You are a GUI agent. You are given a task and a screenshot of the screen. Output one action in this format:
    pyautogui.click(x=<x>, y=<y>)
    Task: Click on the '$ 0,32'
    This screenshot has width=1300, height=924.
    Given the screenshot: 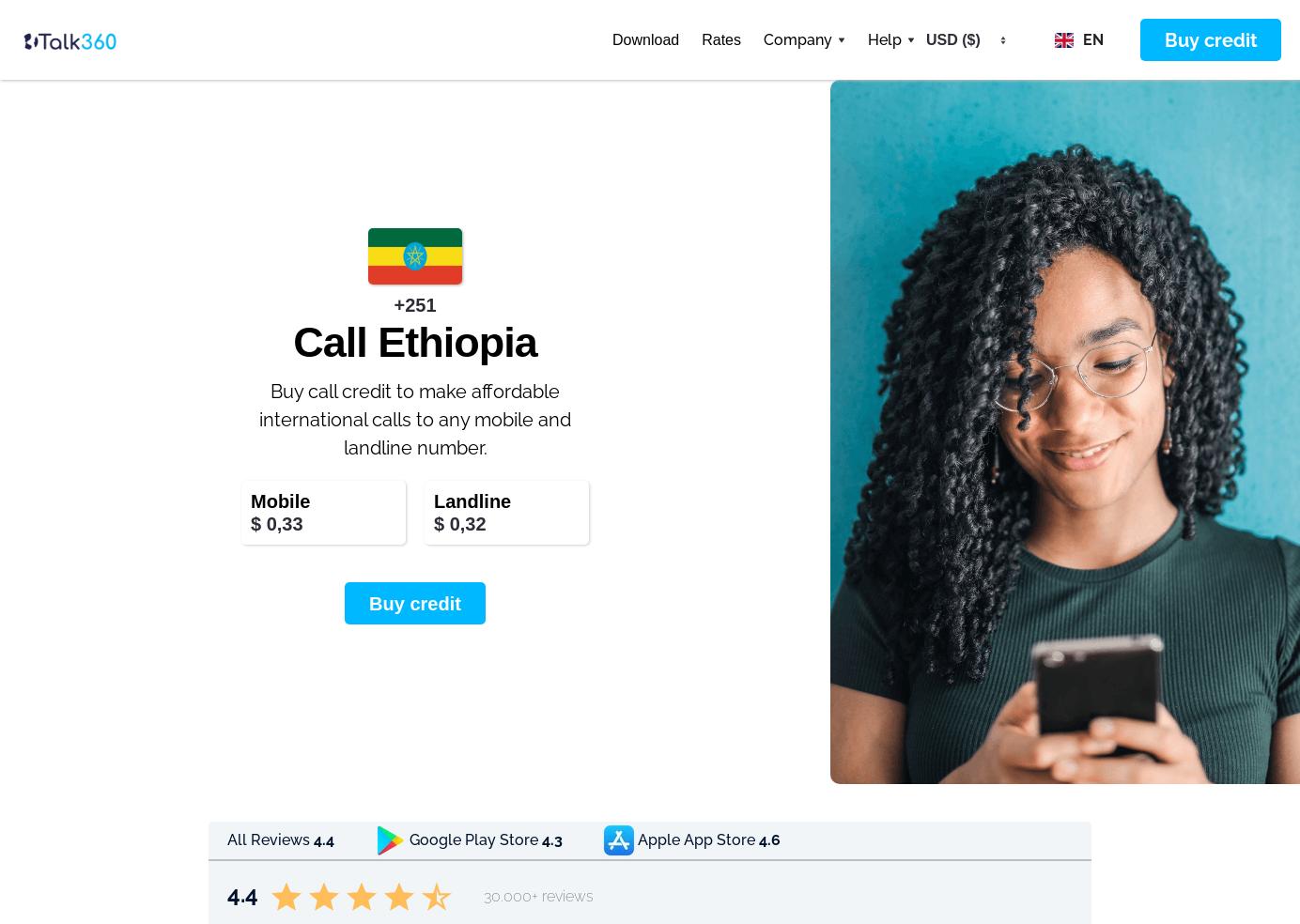 What is the action you would take?
    pyautogui.click(x=458, y=523)
    